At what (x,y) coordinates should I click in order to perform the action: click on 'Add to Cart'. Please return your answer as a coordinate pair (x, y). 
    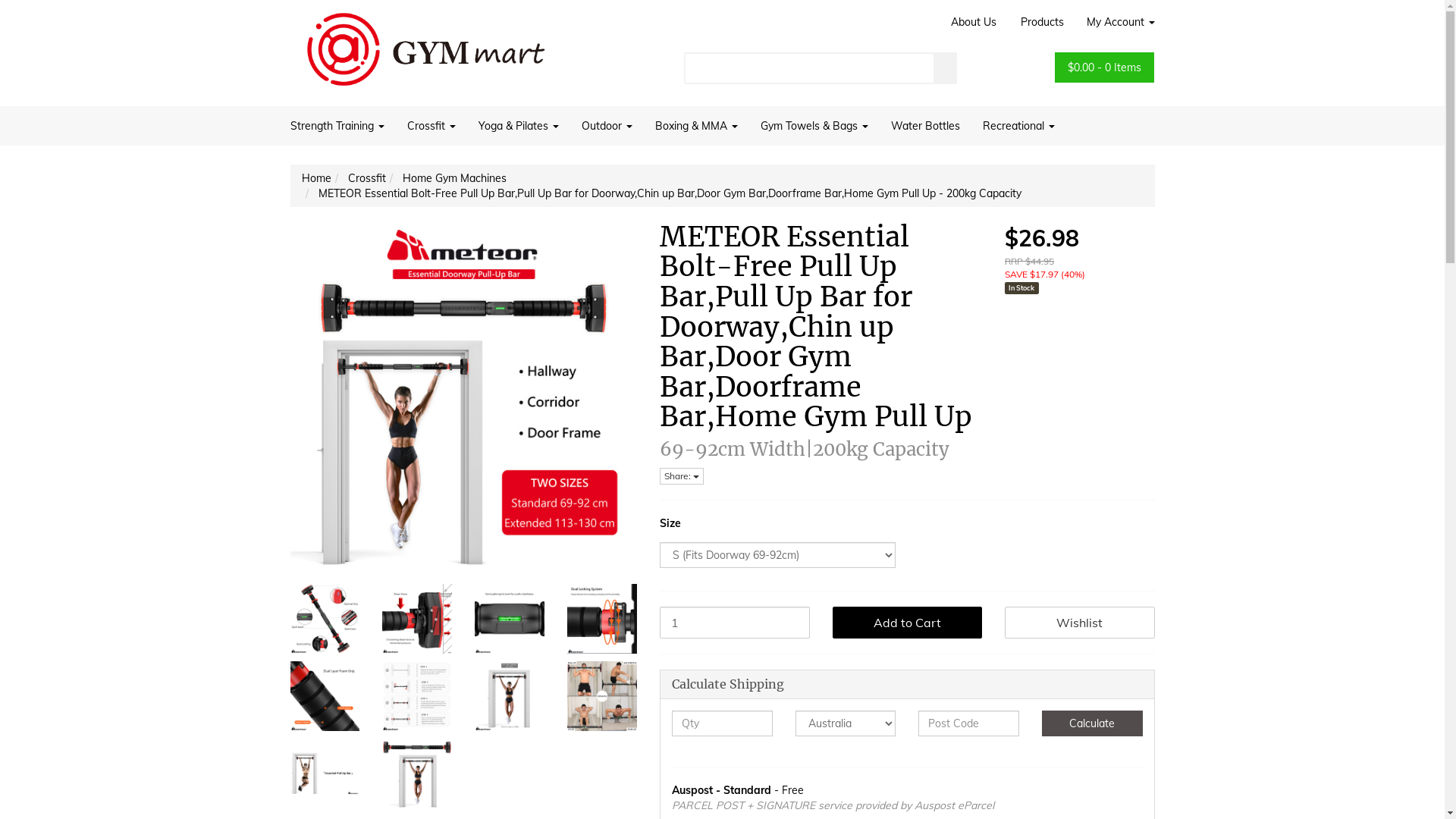
    Looking at the image, I should click on (907, 623).